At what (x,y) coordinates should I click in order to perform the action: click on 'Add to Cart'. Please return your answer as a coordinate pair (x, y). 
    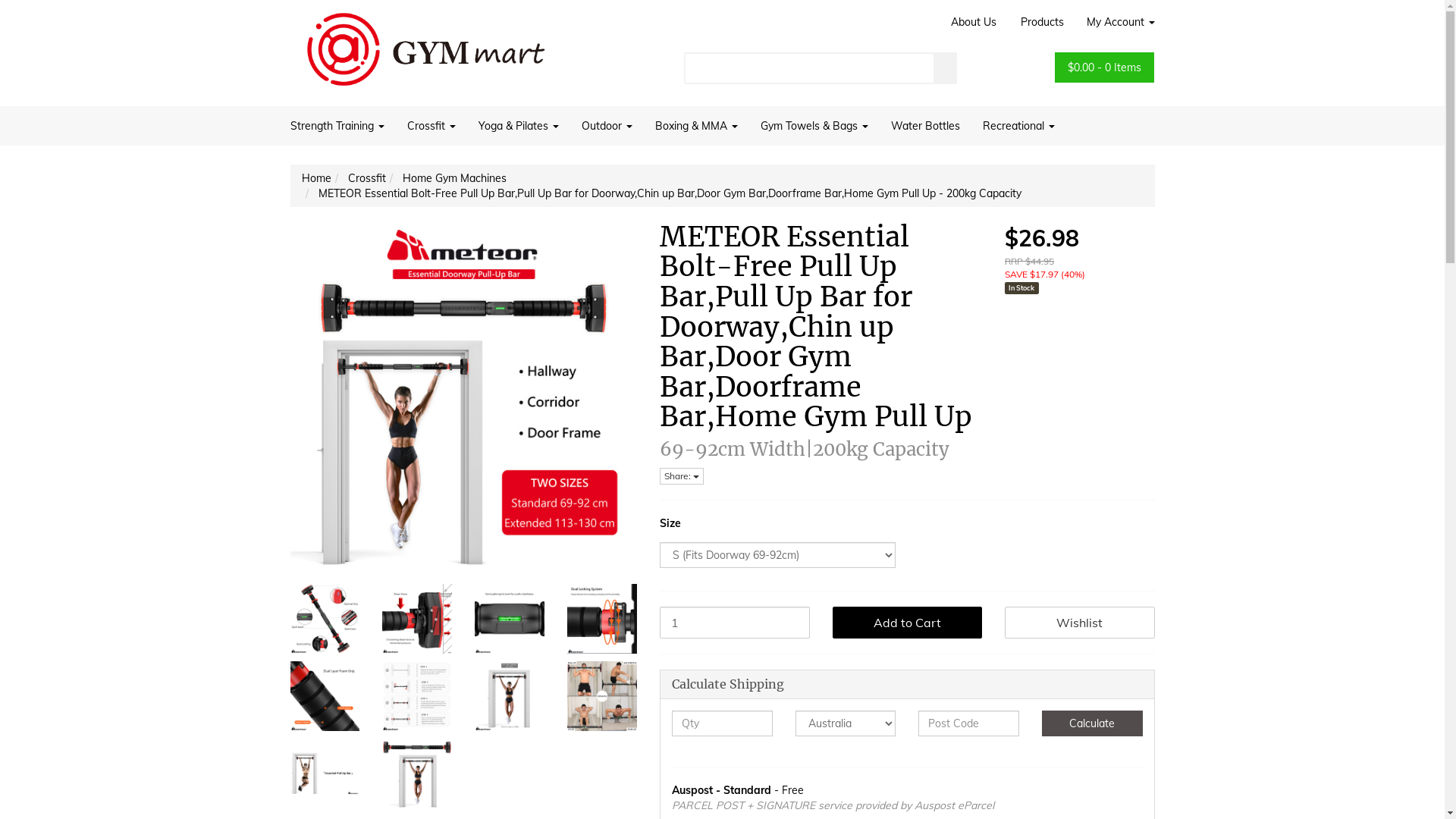
    Looking at the image, I should click on (907, 623).